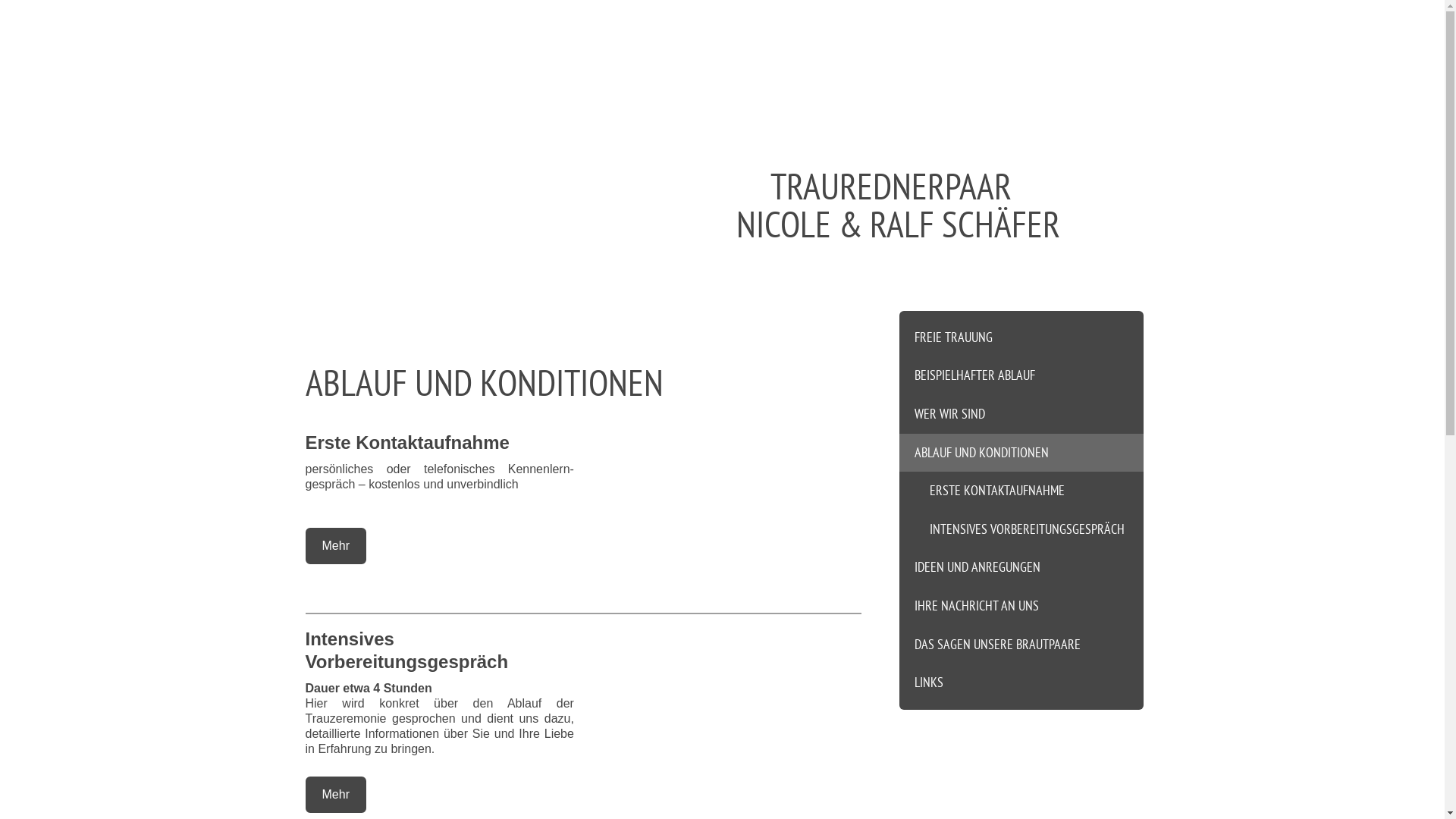 The image size is (1456, 819). I want to click on 'BEISPIELHAFTER ABLAUF', so click(1021, 375).